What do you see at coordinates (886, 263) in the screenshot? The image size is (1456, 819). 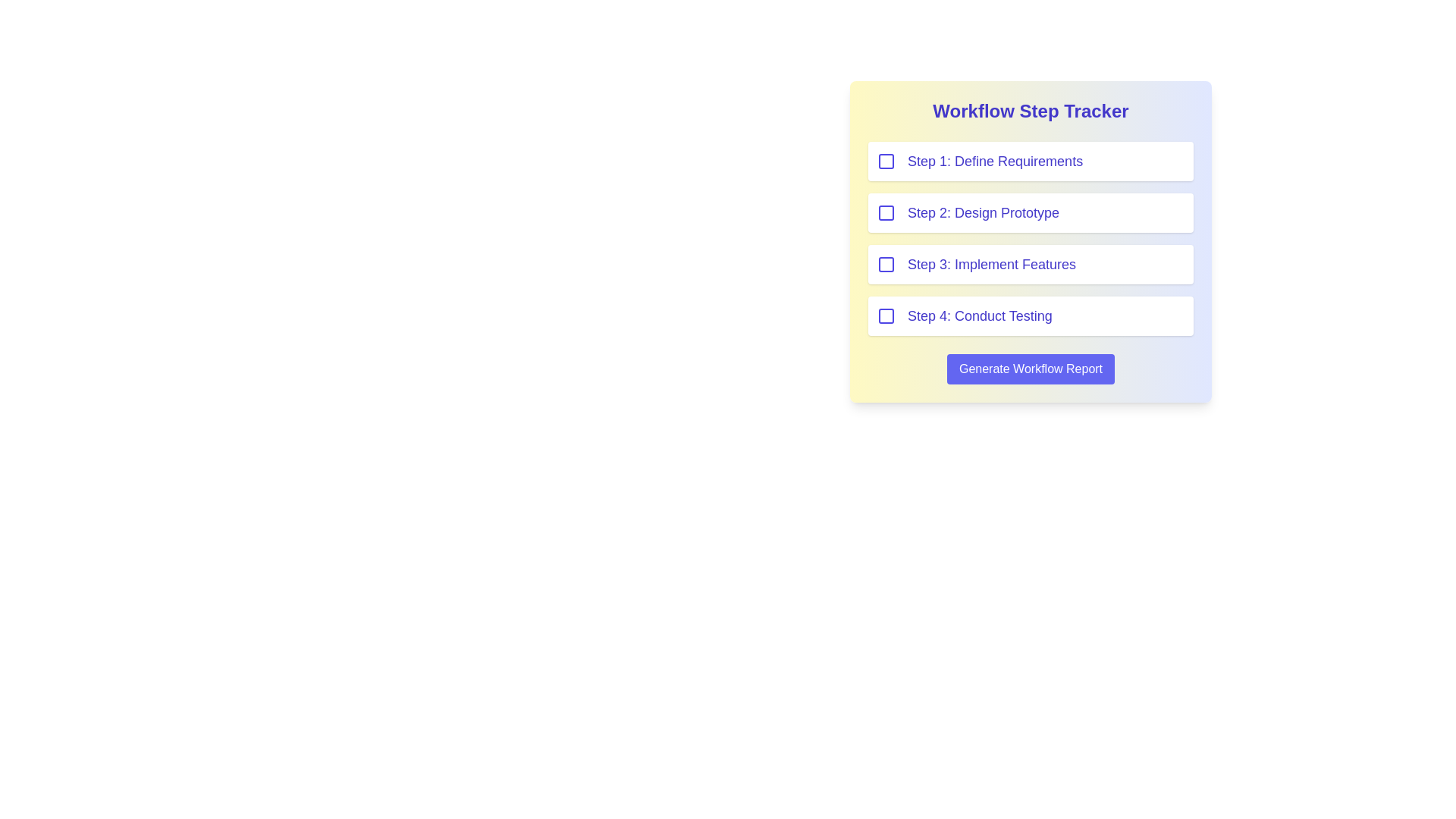 I see `the indigo styled checkbox located next to 'Step 3: Implement Features'` at bounding box center [886, 263].